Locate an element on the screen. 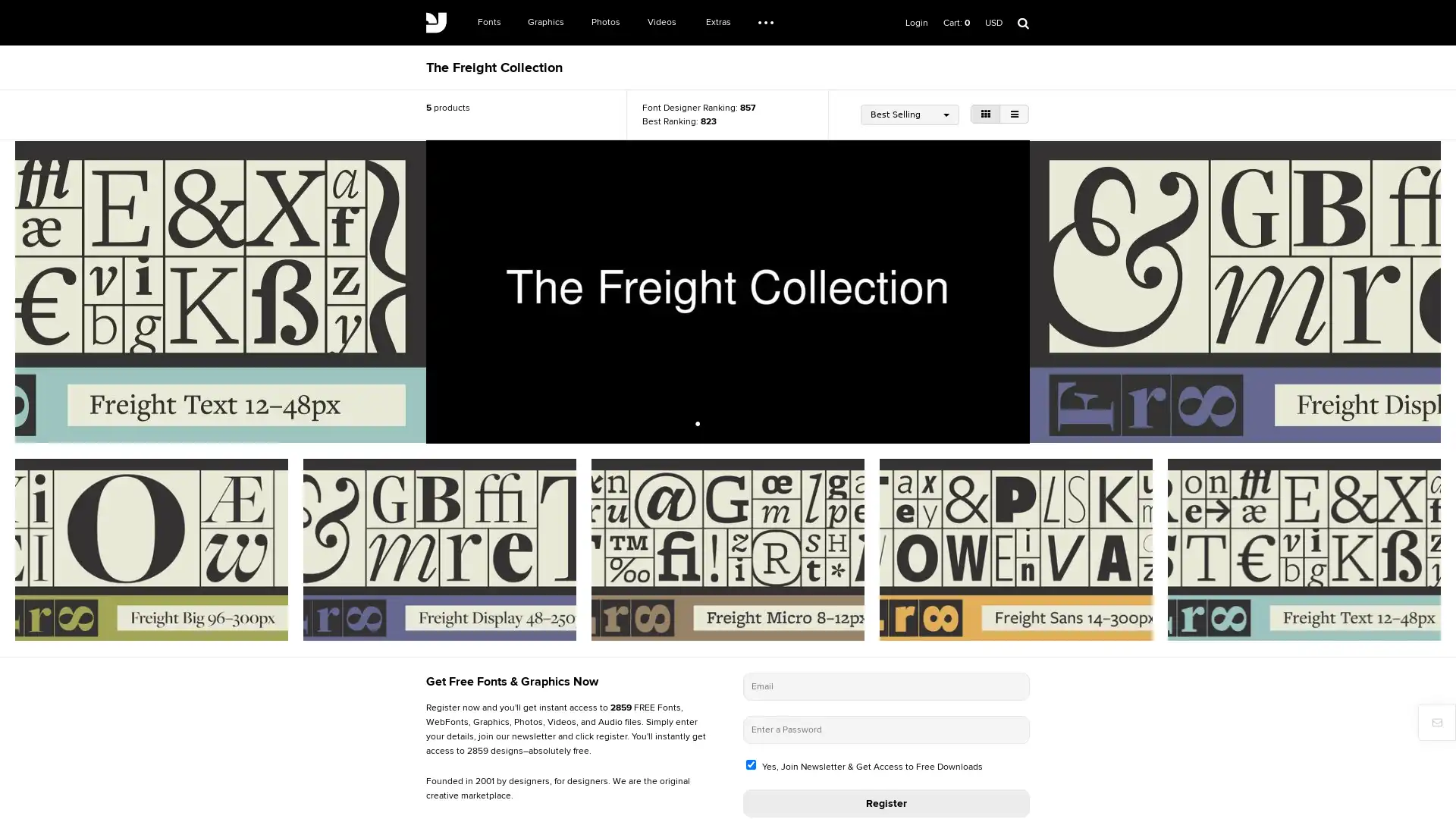 The height and width of the screenshot is (819, 1456). Best Selling is located at coordinates (910, 114).